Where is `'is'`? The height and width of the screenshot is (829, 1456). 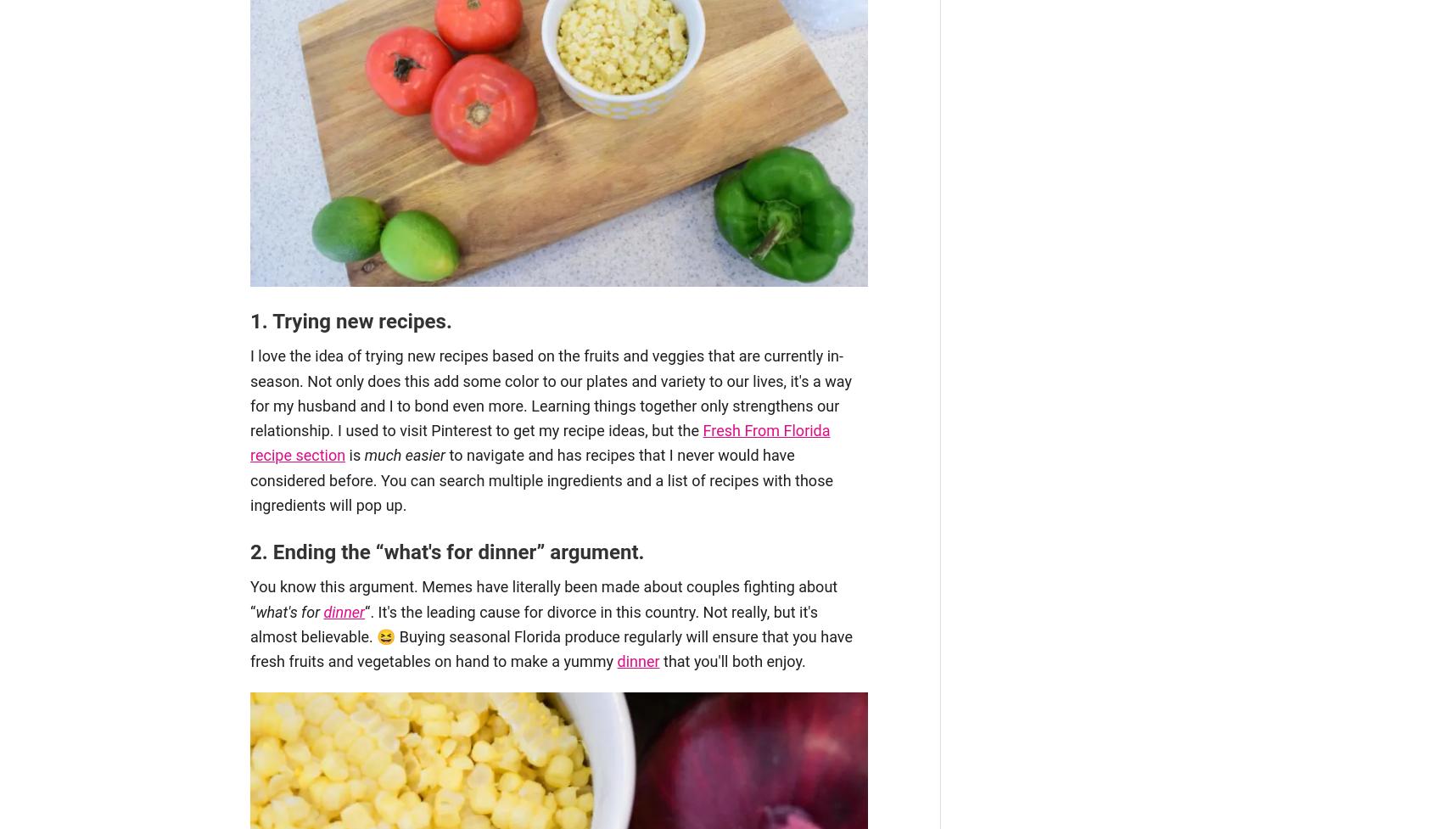
'is' is located at coordinates (355, 454).